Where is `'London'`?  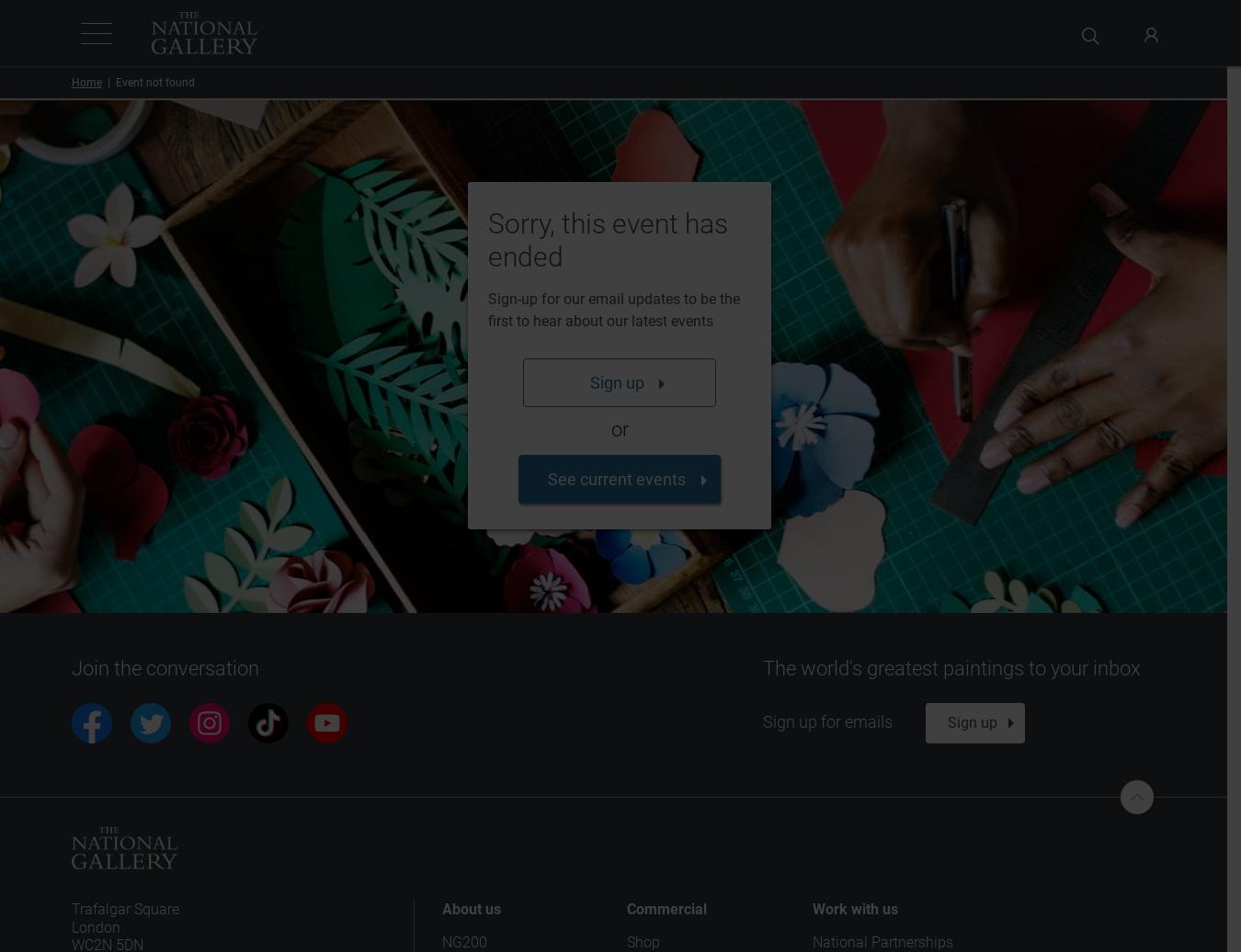
'London' is located at coordinates (94, 926).